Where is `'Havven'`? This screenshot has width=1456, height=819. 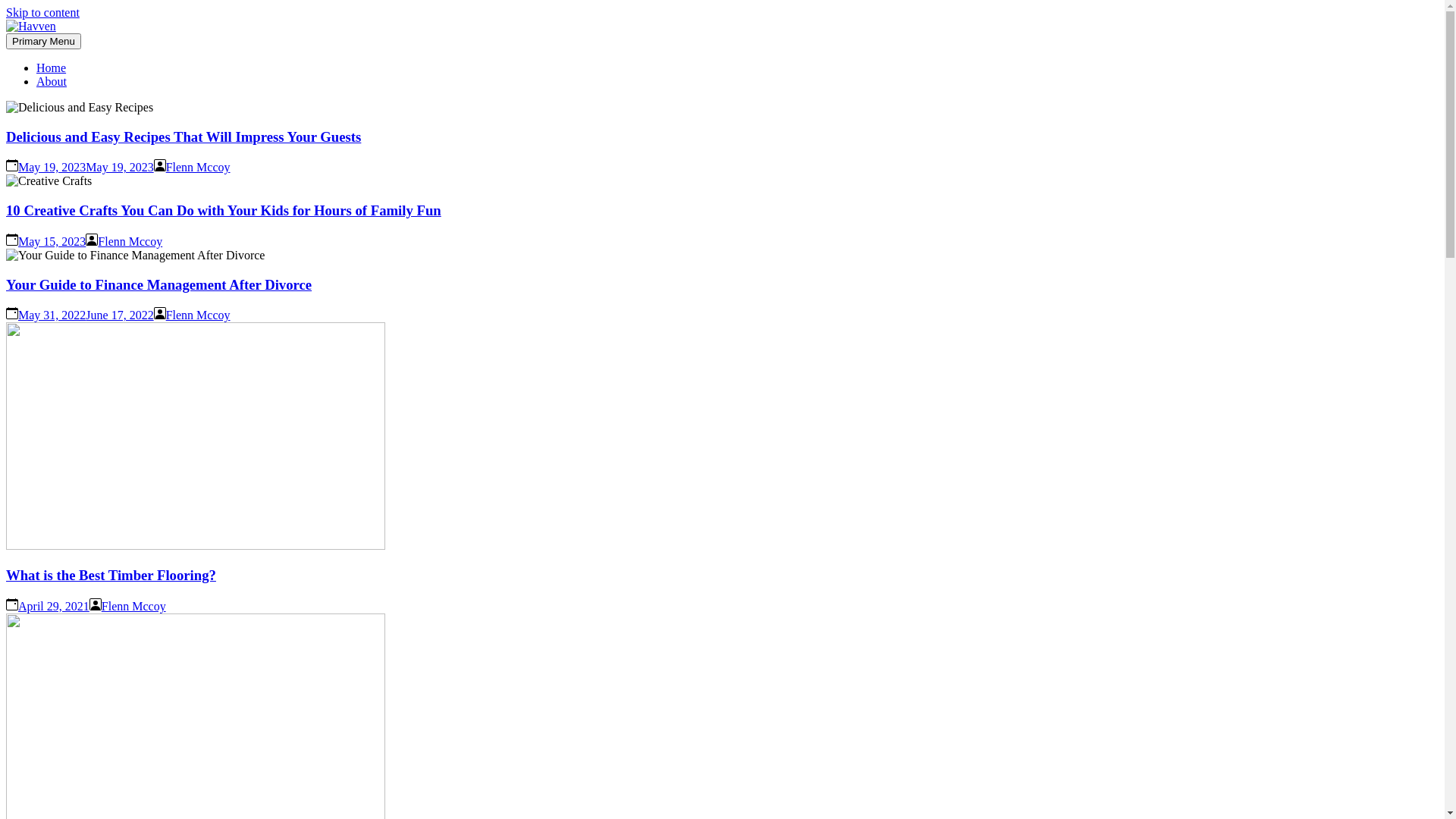
'Havven' is located at coordinates (45, 62).